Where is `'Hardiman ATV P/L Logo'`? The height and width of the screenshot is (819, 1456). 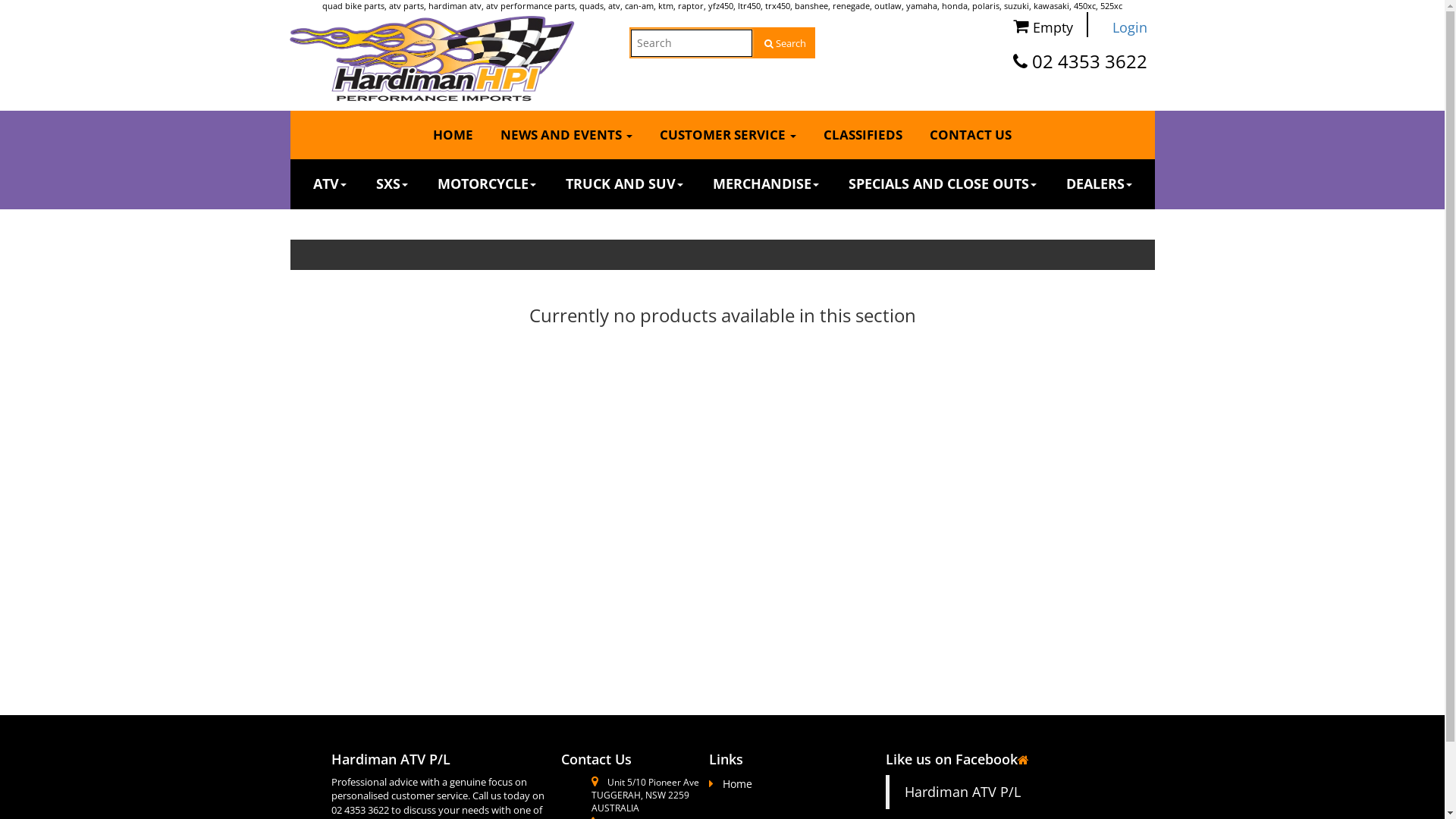 'Hardiman ATV P/L Logo' is located at coordinates (431, 57).